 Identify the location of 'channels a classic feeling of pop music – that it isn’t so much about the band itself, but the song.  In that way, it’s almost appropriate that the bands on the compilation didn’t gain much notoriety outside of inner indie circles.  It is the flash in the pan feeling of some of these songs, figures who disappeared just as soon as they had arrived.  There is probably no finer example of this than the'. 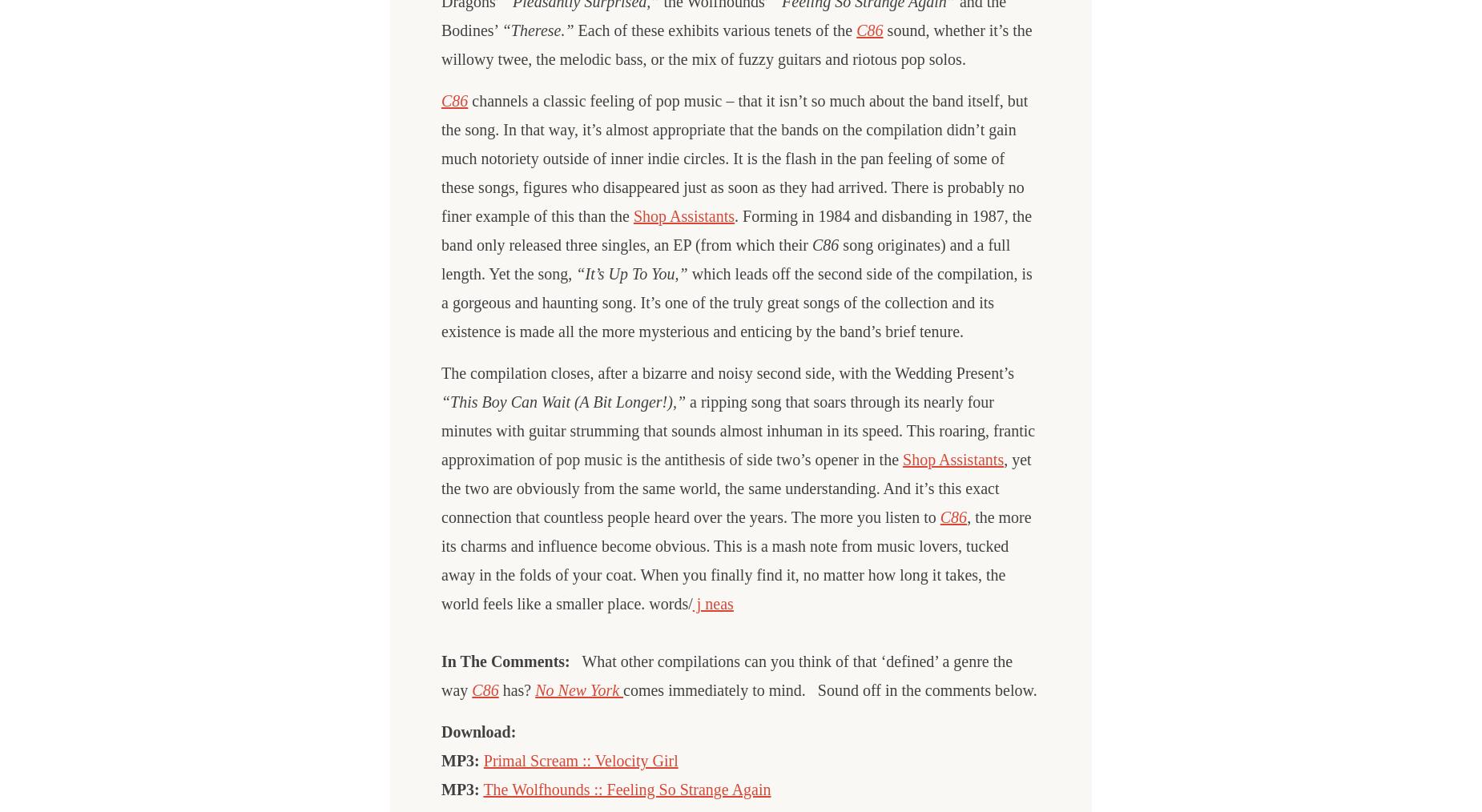
(441, 158).